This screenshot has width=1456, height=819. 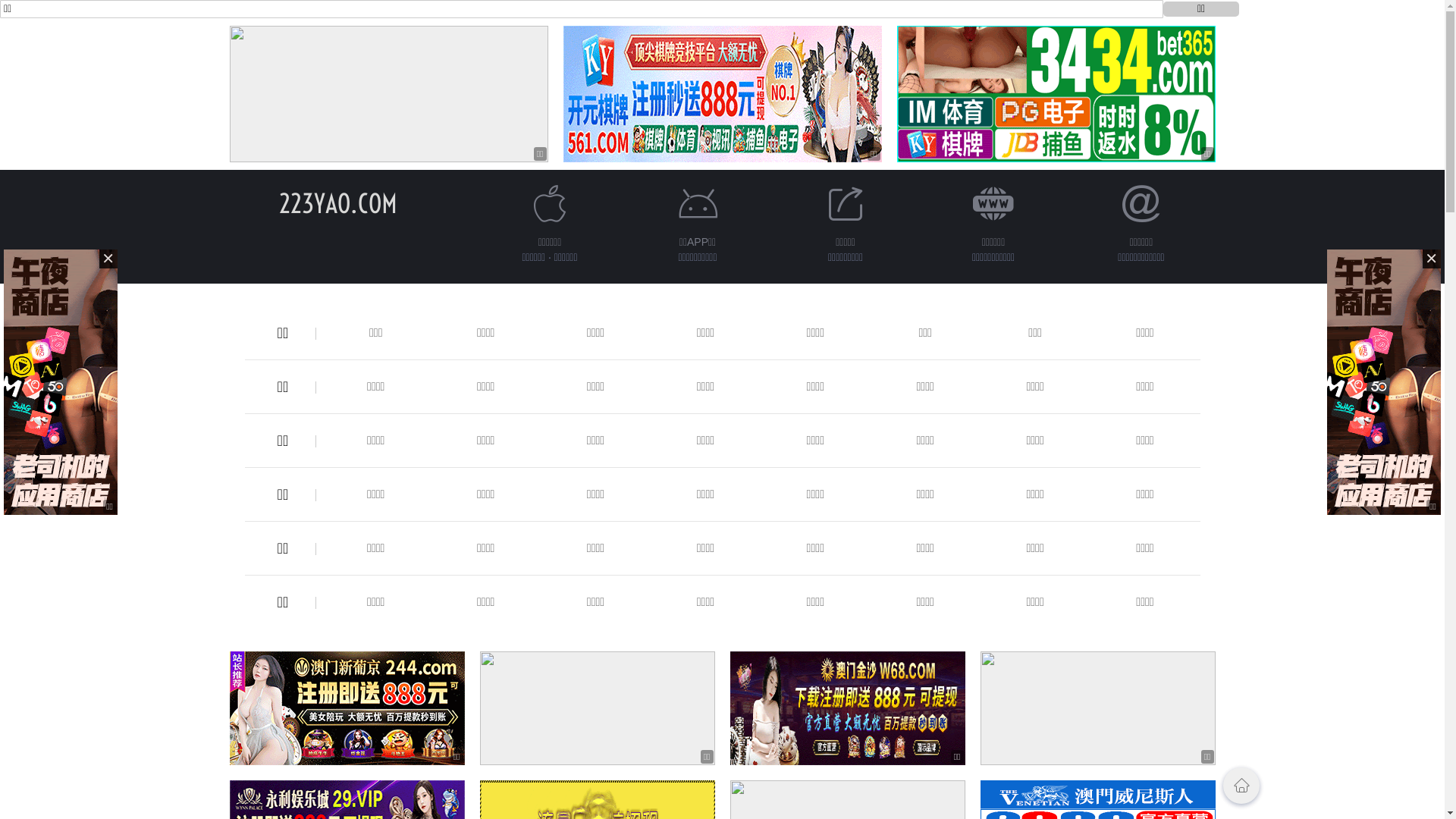 What do you see at coordinates (337, 202) in the screenshot?
I see `'223YAO.COM'` at bounding box center [337, 202].